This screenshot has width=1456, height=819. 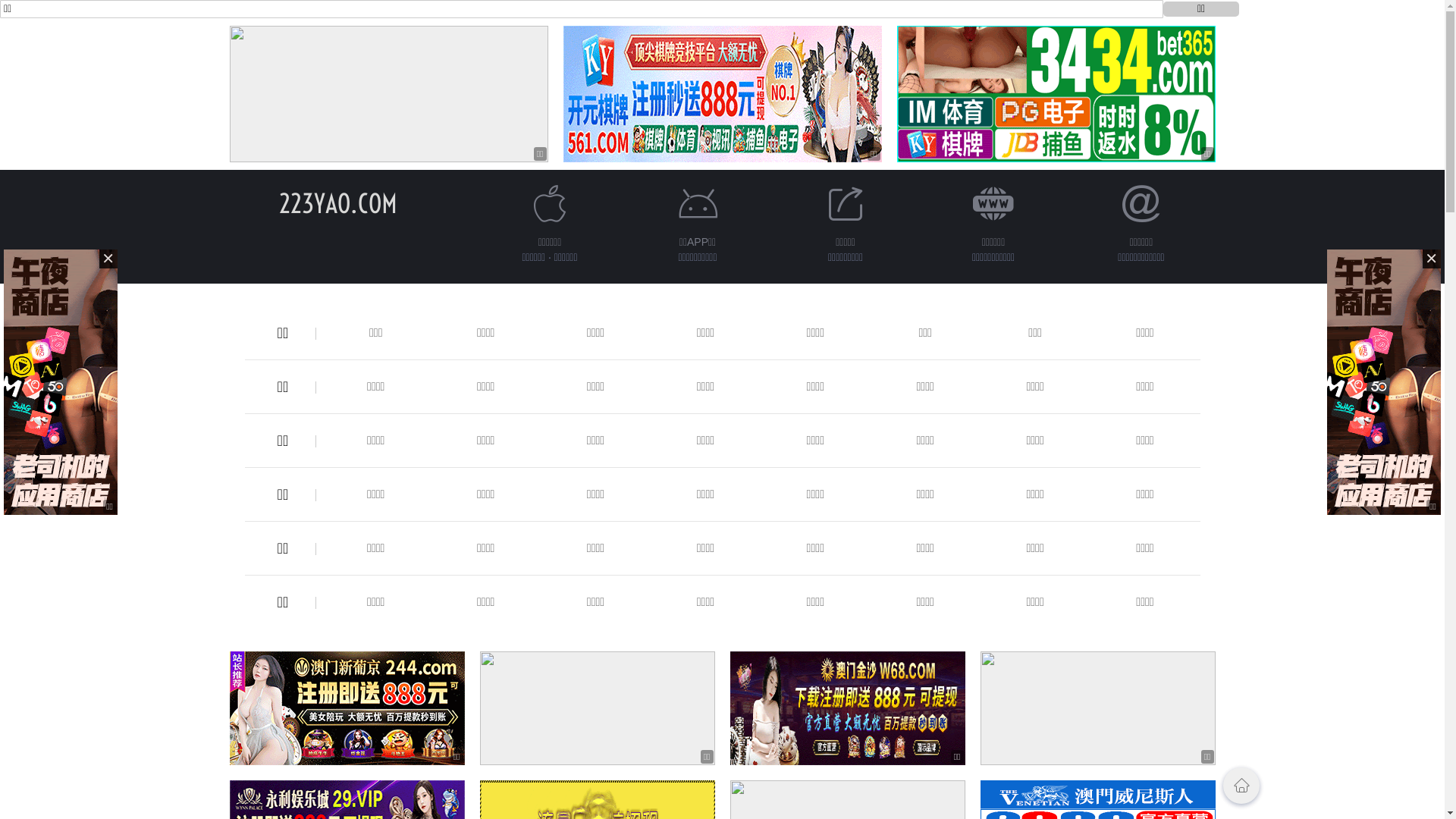 What do you see at coordinates (337, 202) in the screenshot?
I see `'223YAO.COM'` at bounding box center [337, 202].